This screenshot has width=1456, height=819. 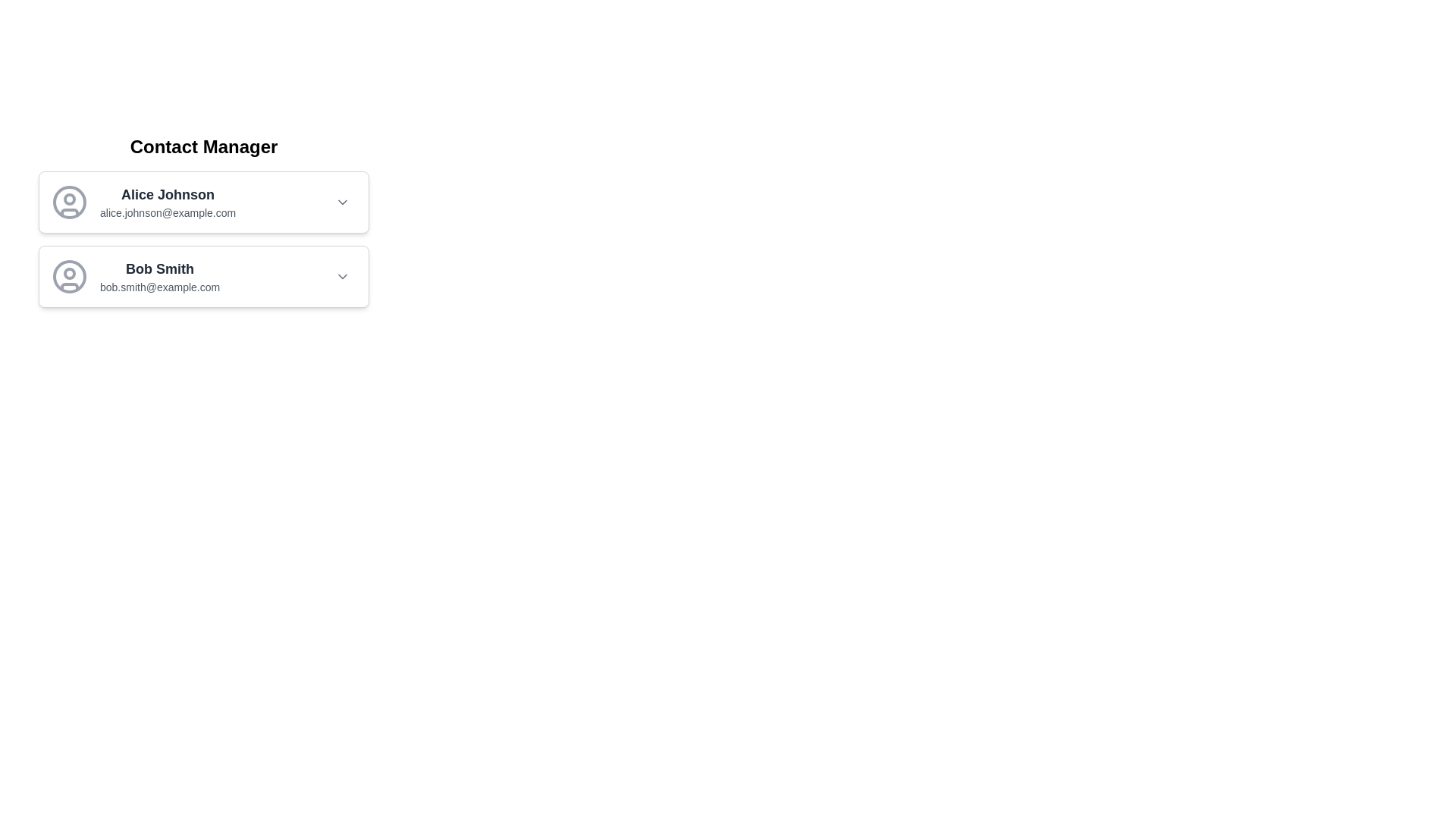 I want to click on the circular user avatar icon representing 'Alice Johnson' in the contact manager interface by clicking on it, so click(x=68, y=201).